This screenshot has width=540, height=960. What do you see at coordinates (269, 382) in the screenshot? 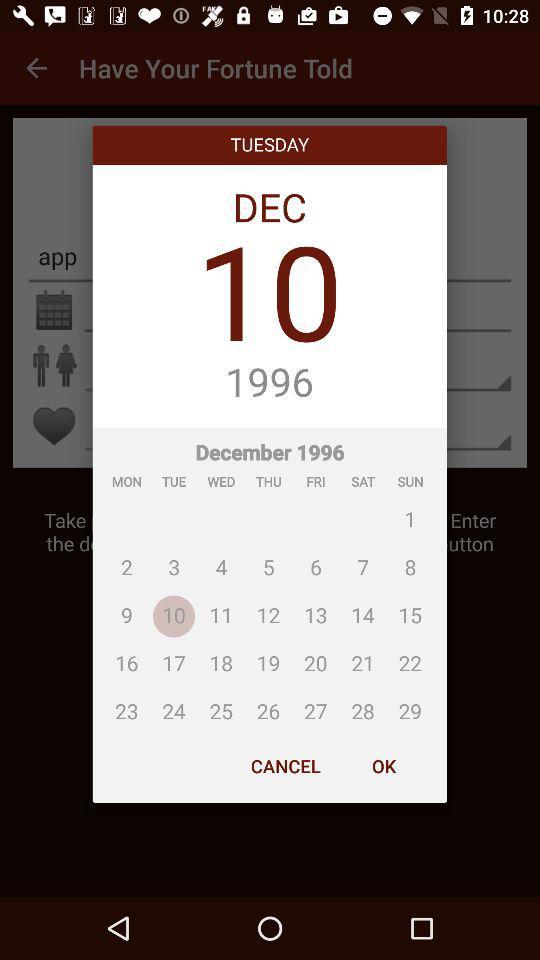
I see `the icon below 10 icon` at bounding box center [269, 382].